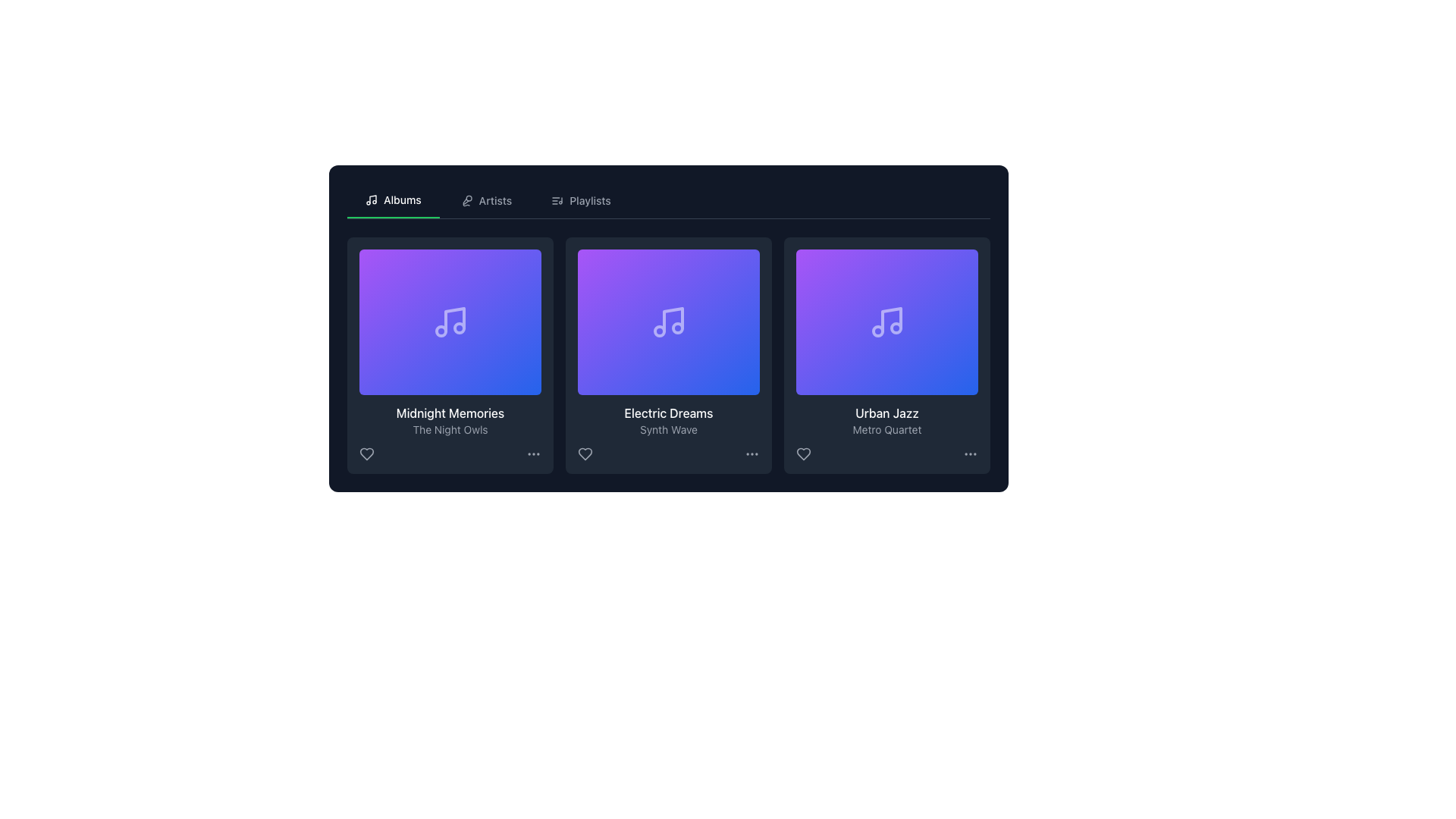  Describe the element at coordinates (520, 374) in the screenshot. I see `the play button located at the bottom-right corner of the card-like display` at that location.